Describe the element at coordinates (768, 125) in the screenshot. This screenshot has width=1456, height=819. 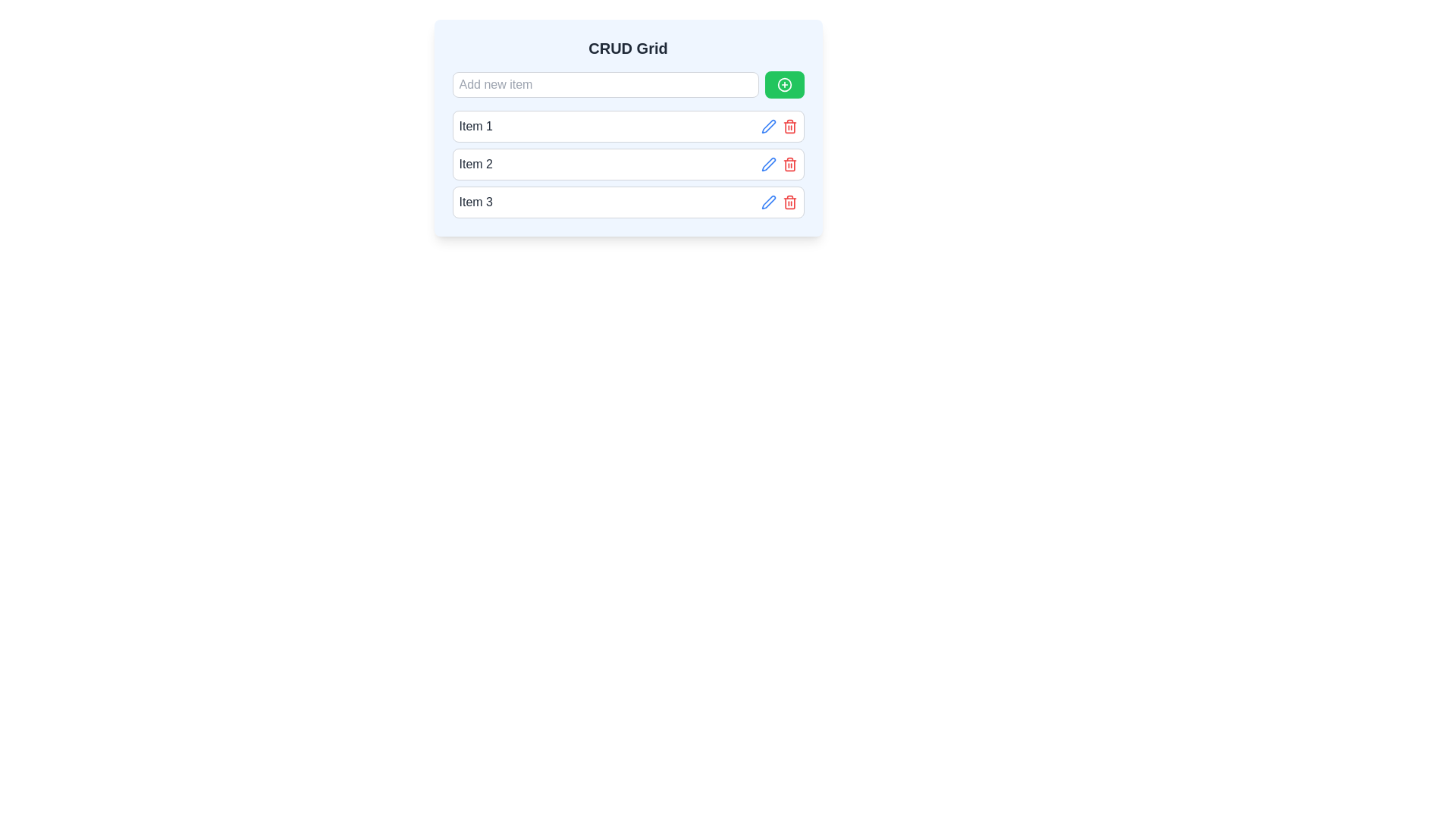
I see `the edit icon button located in the third row of the item list, immediately to the right of the text field displaying 'Item 3', to initiate the editing process` at that location.